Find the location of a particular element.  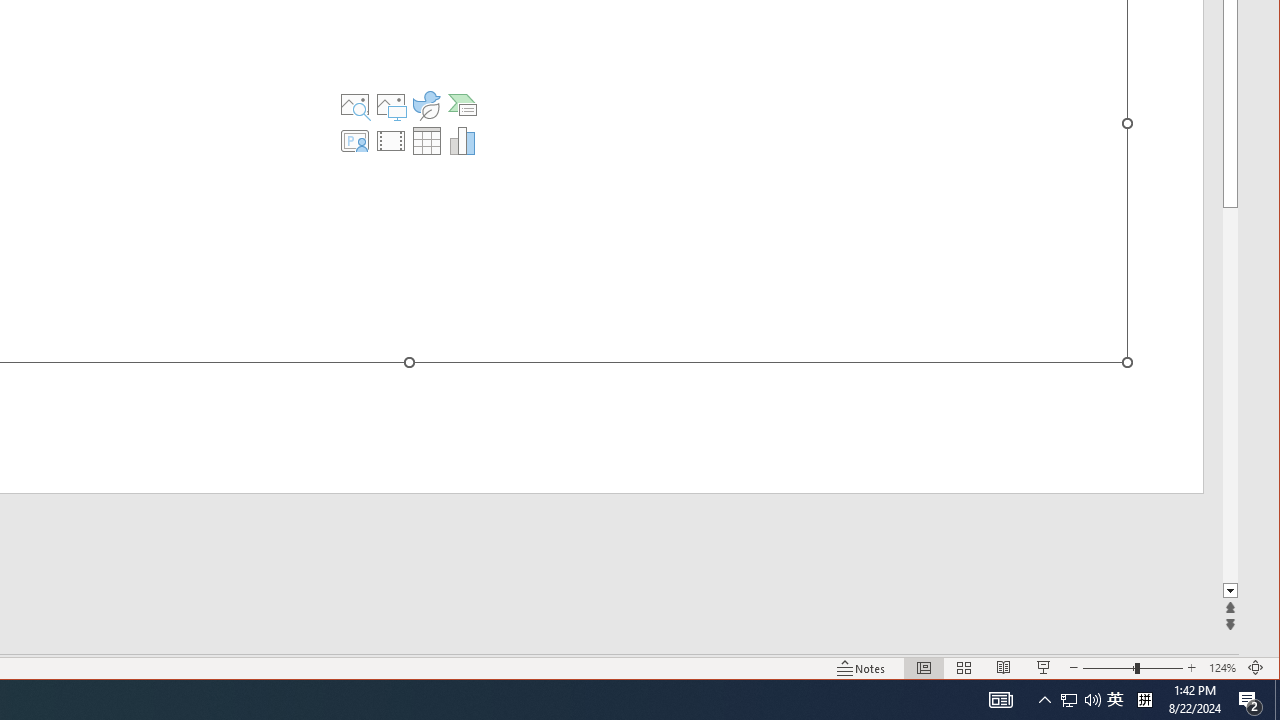

'Insert Table' is located at coordinates (425, 140).